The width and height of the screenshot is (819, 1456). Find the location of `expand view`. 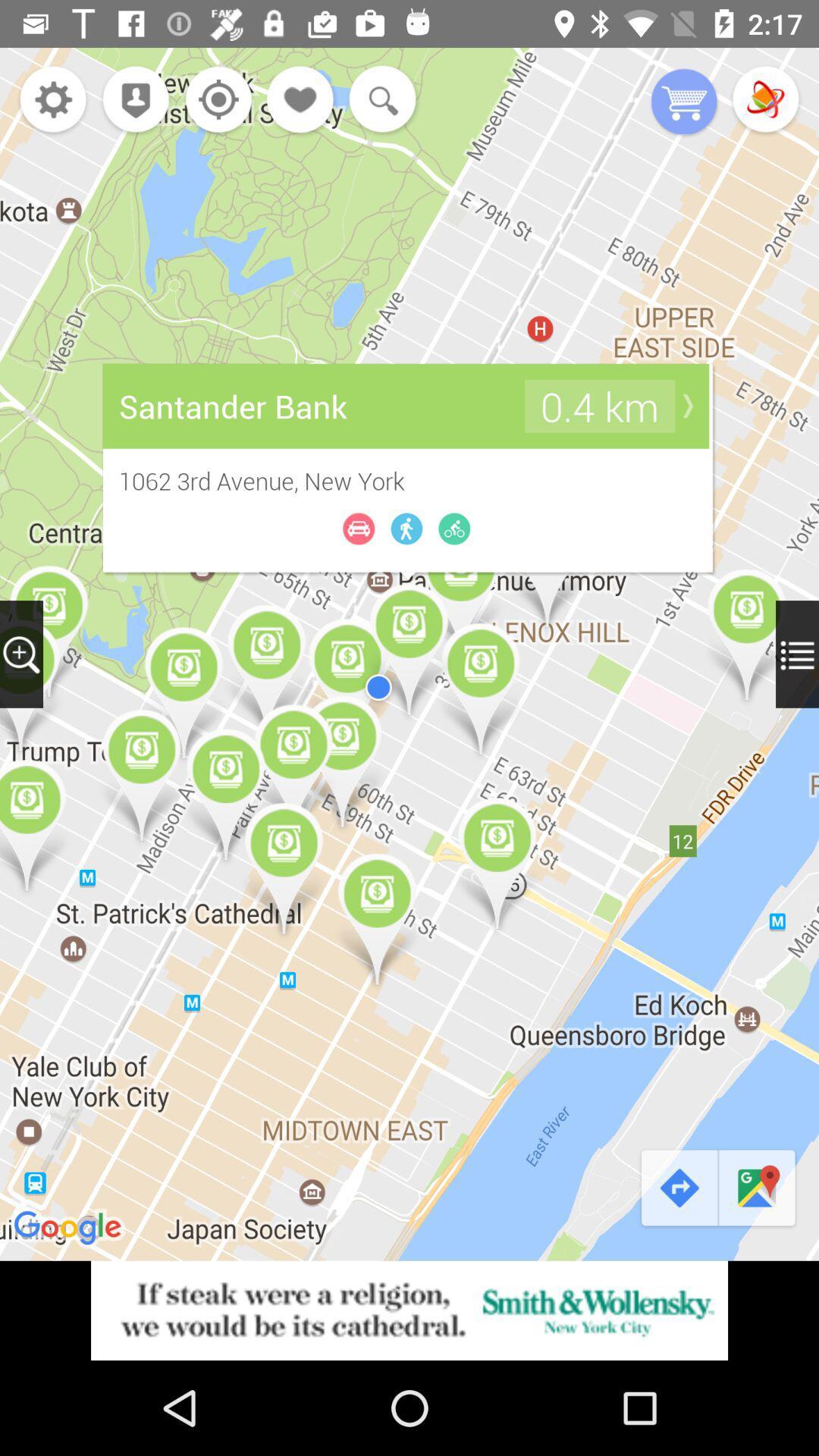

expand view is located at coordinates (796, 654).